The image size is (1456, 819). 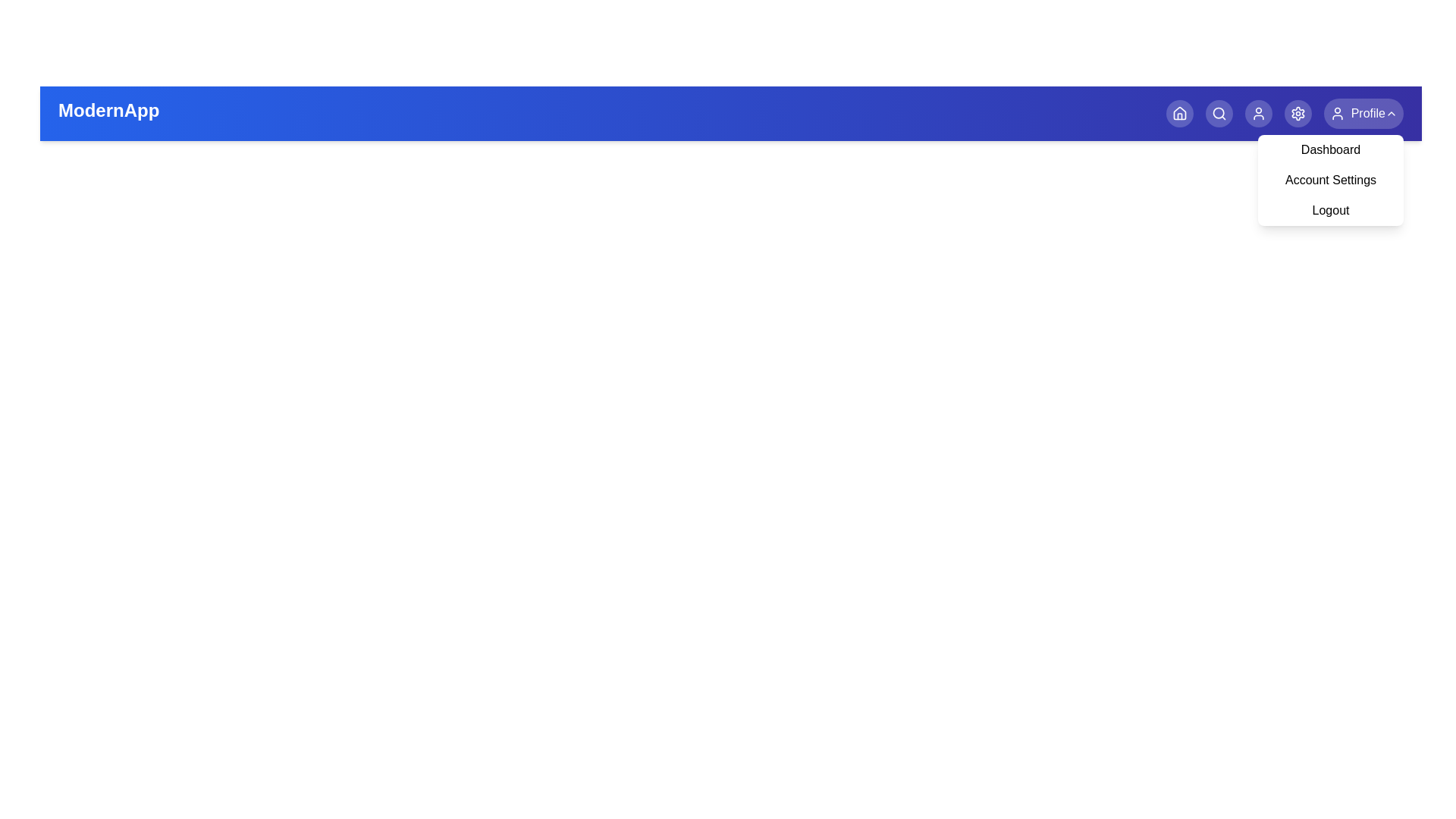 I want to click on the 'Dashboard' option from the Profile menu, so click(x=1330, y=149).